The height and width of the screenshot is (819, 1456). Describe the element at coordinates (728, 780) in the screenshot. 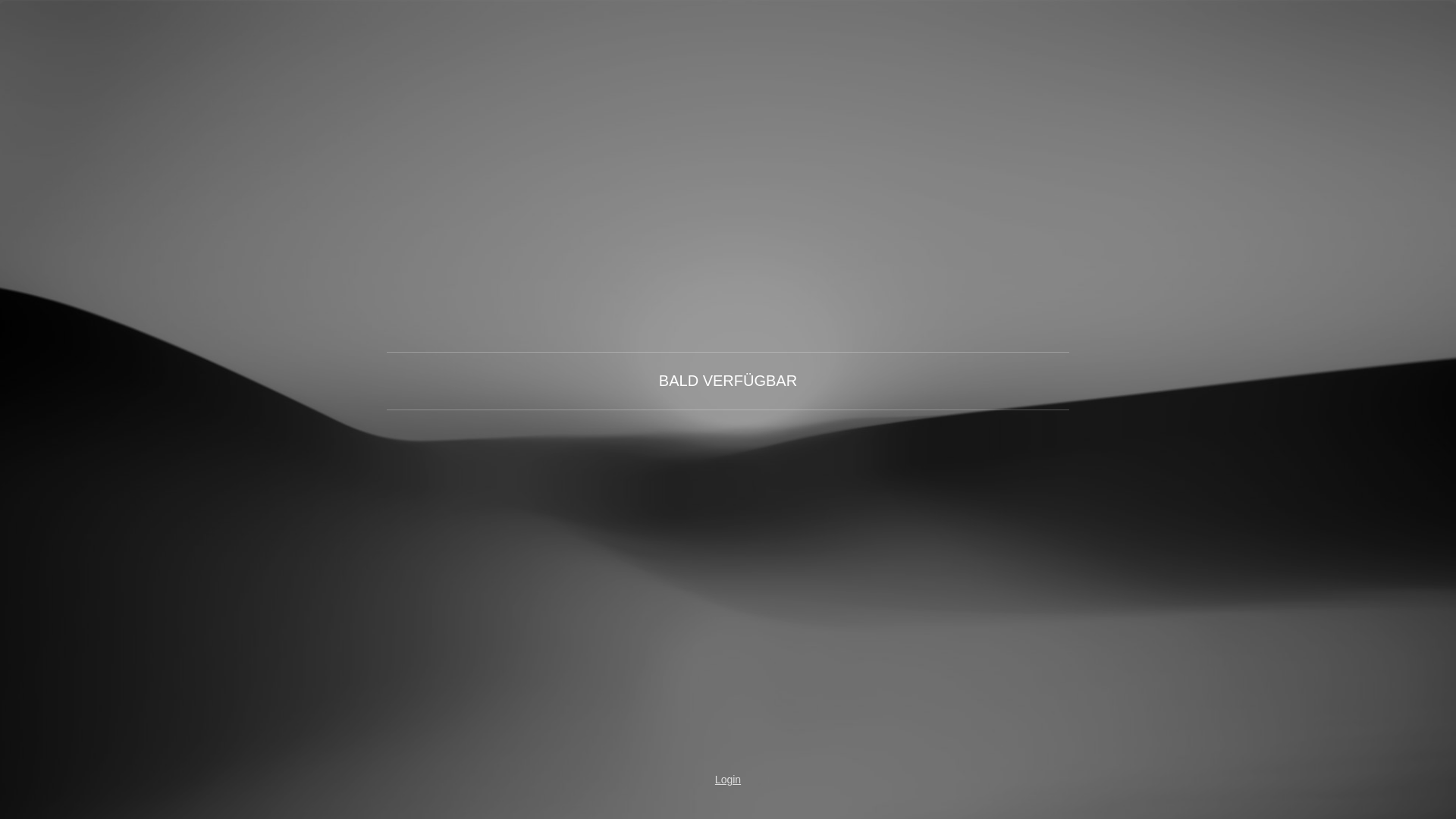

I see `'Login'` at that location.